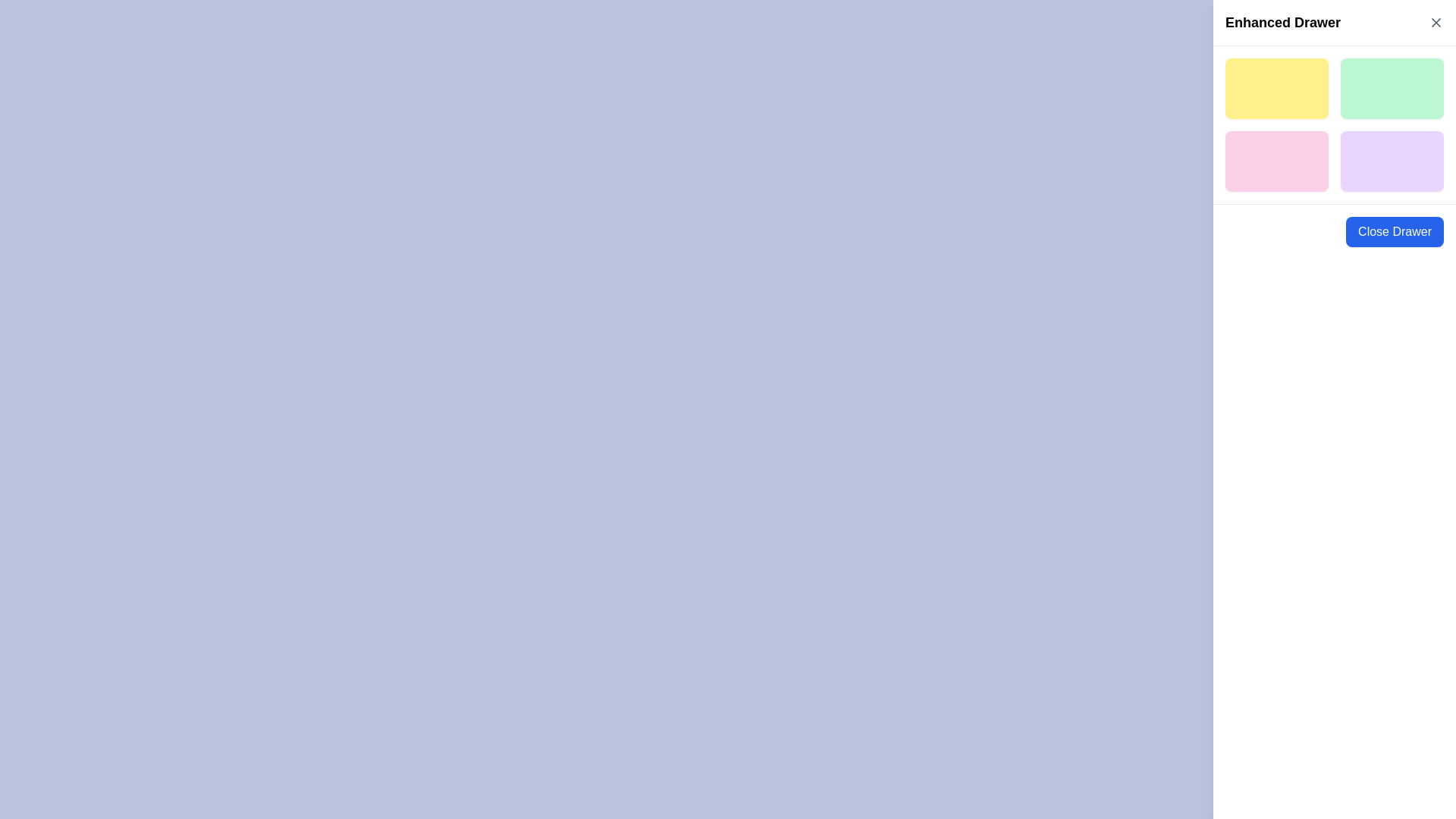  Describe the element at coordinates (1436, 23) in the screenshot. I see `the gray cross icon button located at the top-right corner of the 'Enhanced Drawer' header` at that location.